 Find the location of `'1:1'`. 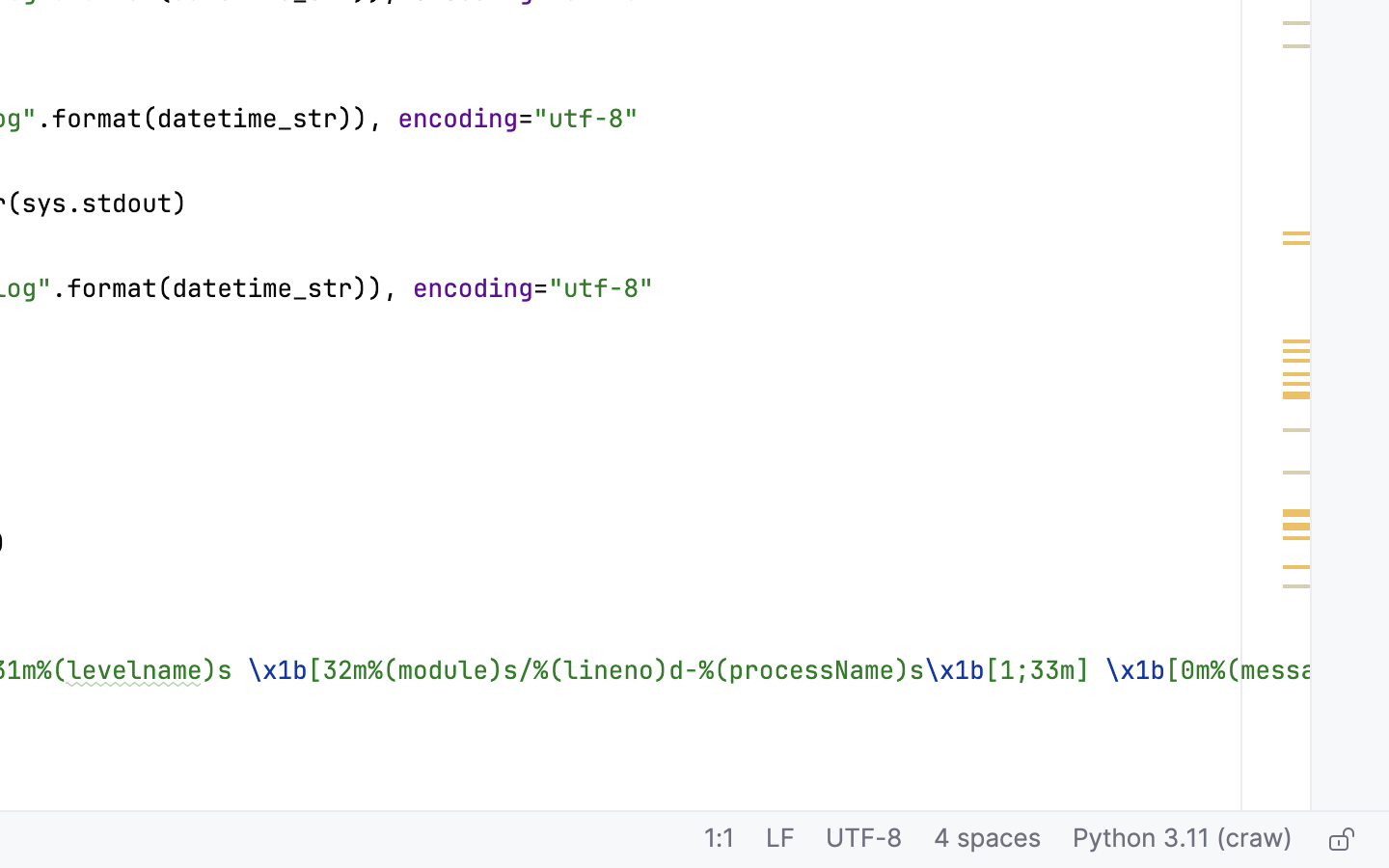

'1:1' is located at coordinates (719, 840).